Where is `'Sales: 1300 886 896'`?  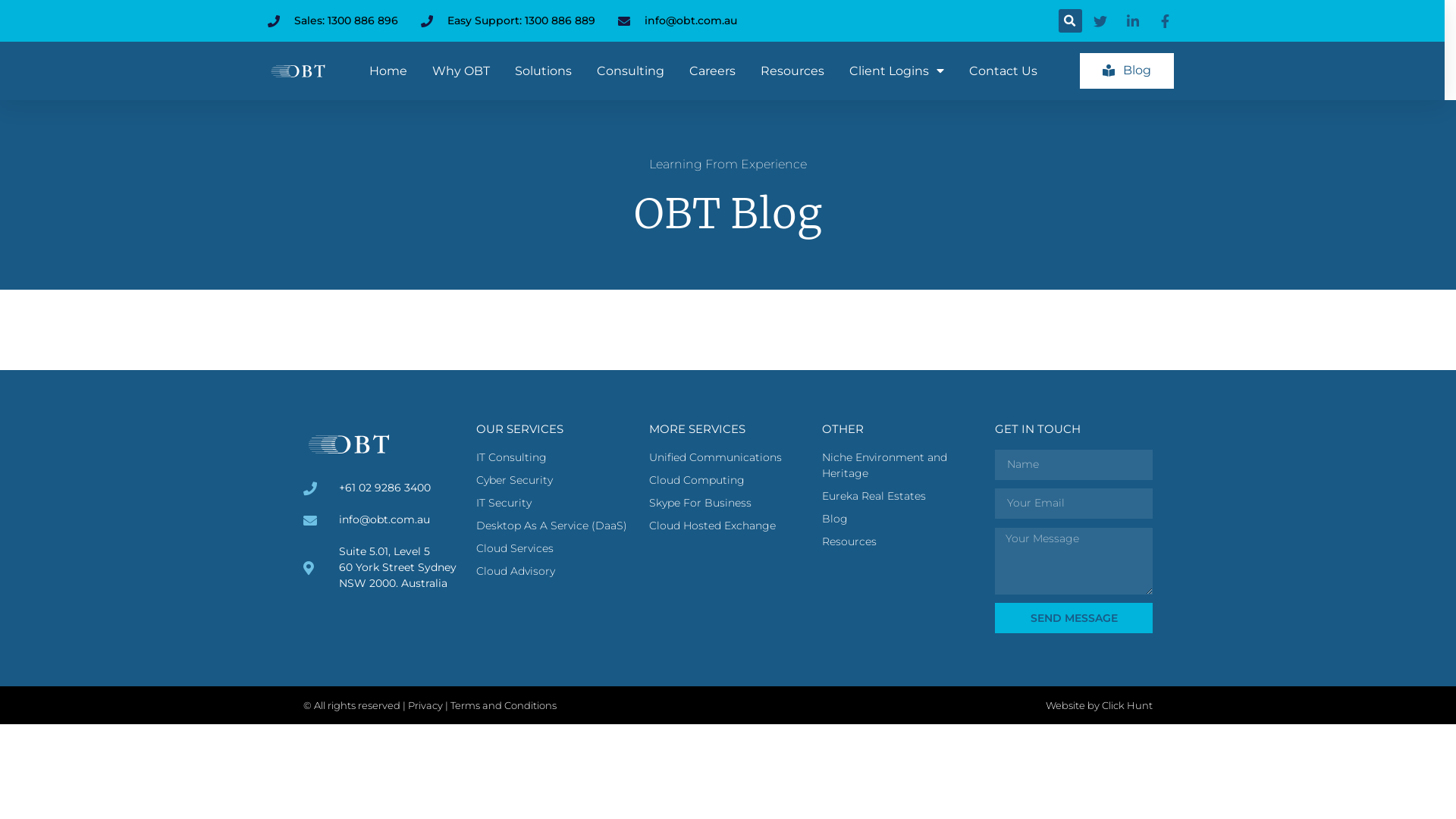 'Sales: 1300 886 896' is located at coordinates (266, 20).